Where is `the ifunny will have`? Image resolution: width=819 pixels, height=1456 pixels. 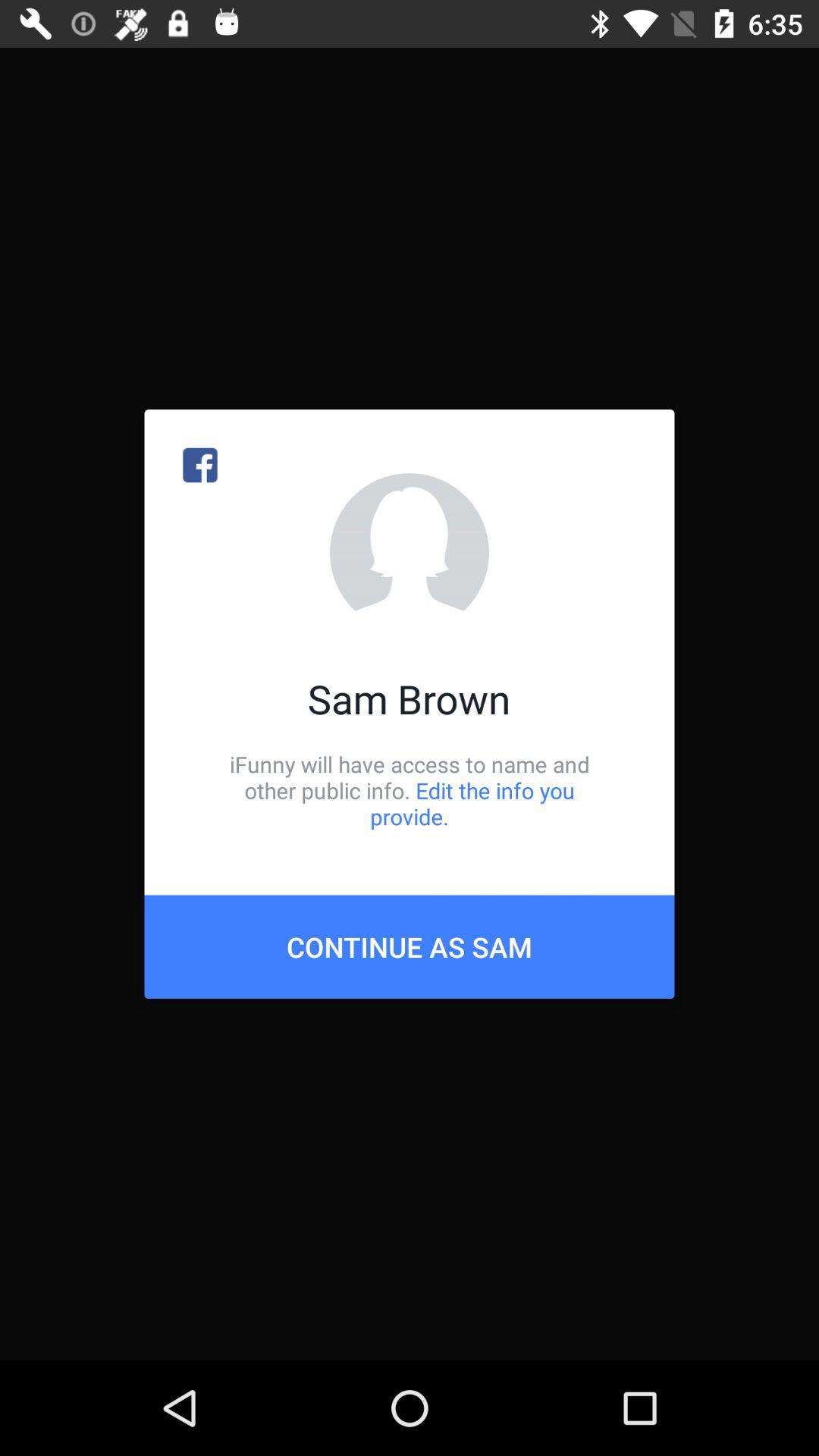
the ifunny will have is located at coordinates (409, 789).